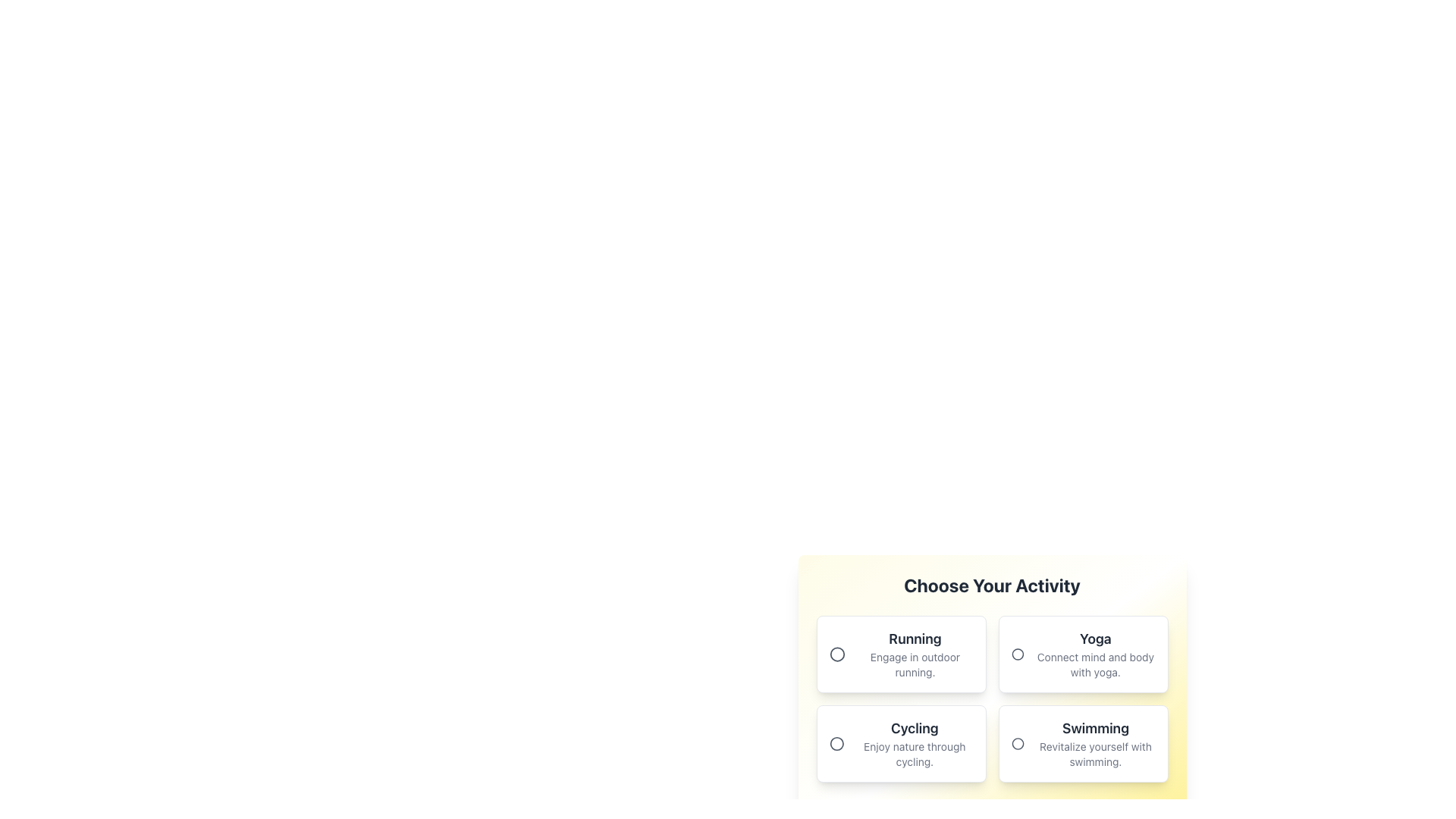  What do you see at coordinates (836, 742) in the screenshot?
I see `the decorative circular icon representing the selection indicator for the 'Cycling' option in the 'Choose Your Activity' section to receive interface feedback` at bounding box center [836, 742].